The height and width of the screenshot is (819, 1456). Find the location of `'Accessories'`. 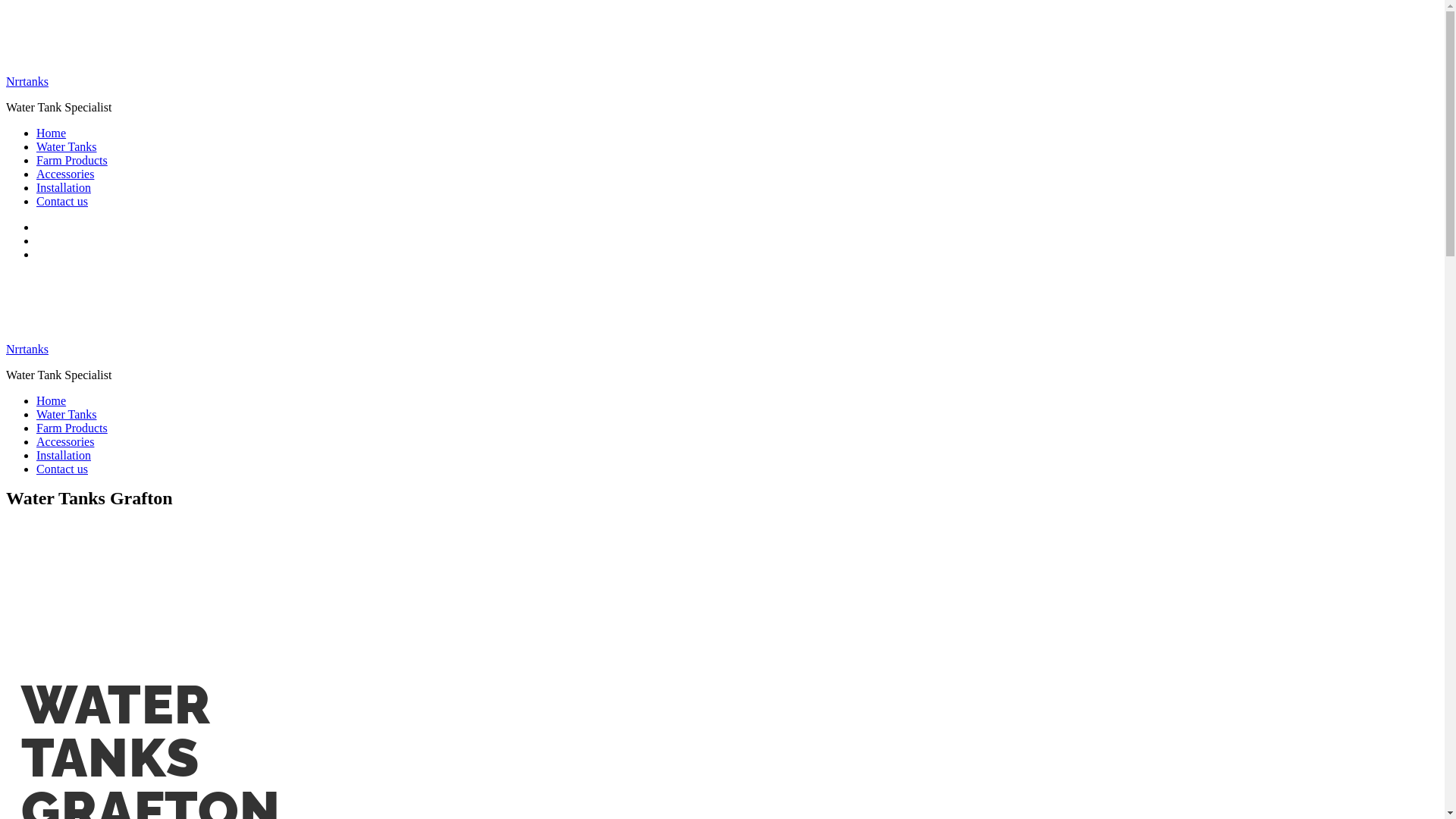

'Accessories' is located at coordinates (36, 173).